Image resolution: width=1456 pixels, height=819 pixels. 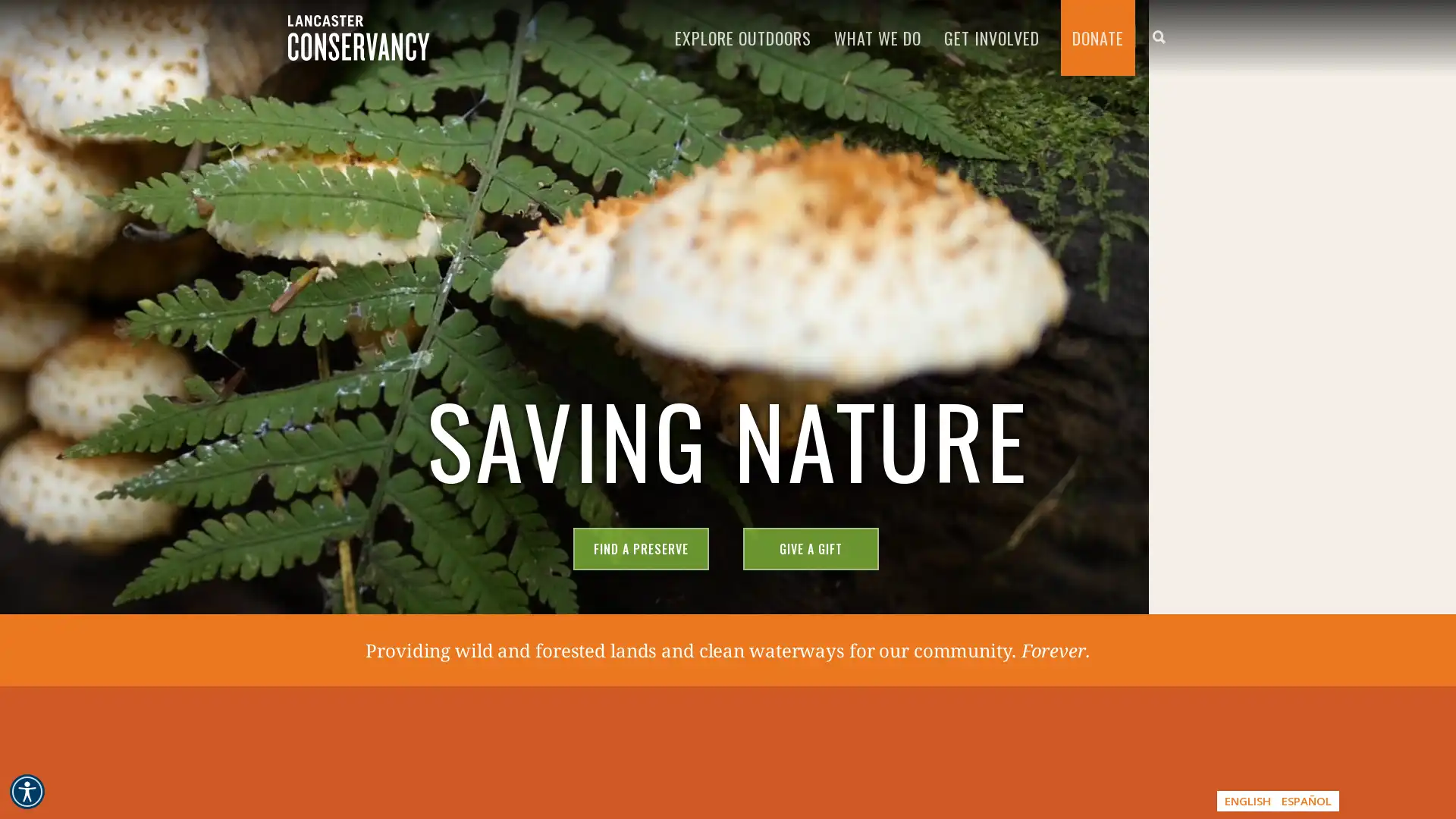 I want to click on Go, so click(x=724, y=500).